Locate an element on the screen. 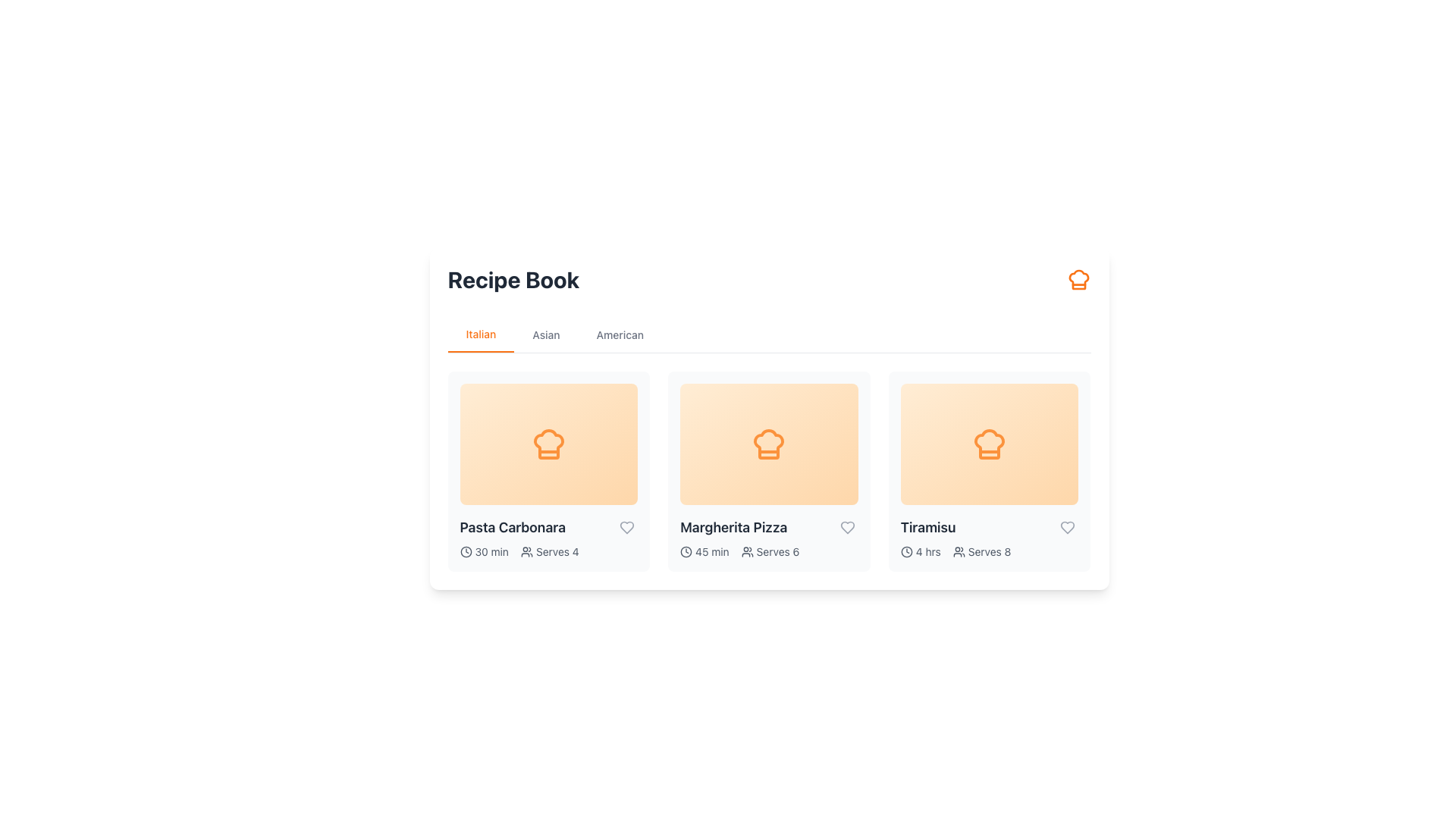 Image resolution: width=1456 pixels, height=819 pixels. the clock icon in the details section of the 'Tiramisu' recipe card that symbolizes the duration for the recipe, which is represented visually and is located next to the text '4 hrs' is located at coordinates (906, 552).